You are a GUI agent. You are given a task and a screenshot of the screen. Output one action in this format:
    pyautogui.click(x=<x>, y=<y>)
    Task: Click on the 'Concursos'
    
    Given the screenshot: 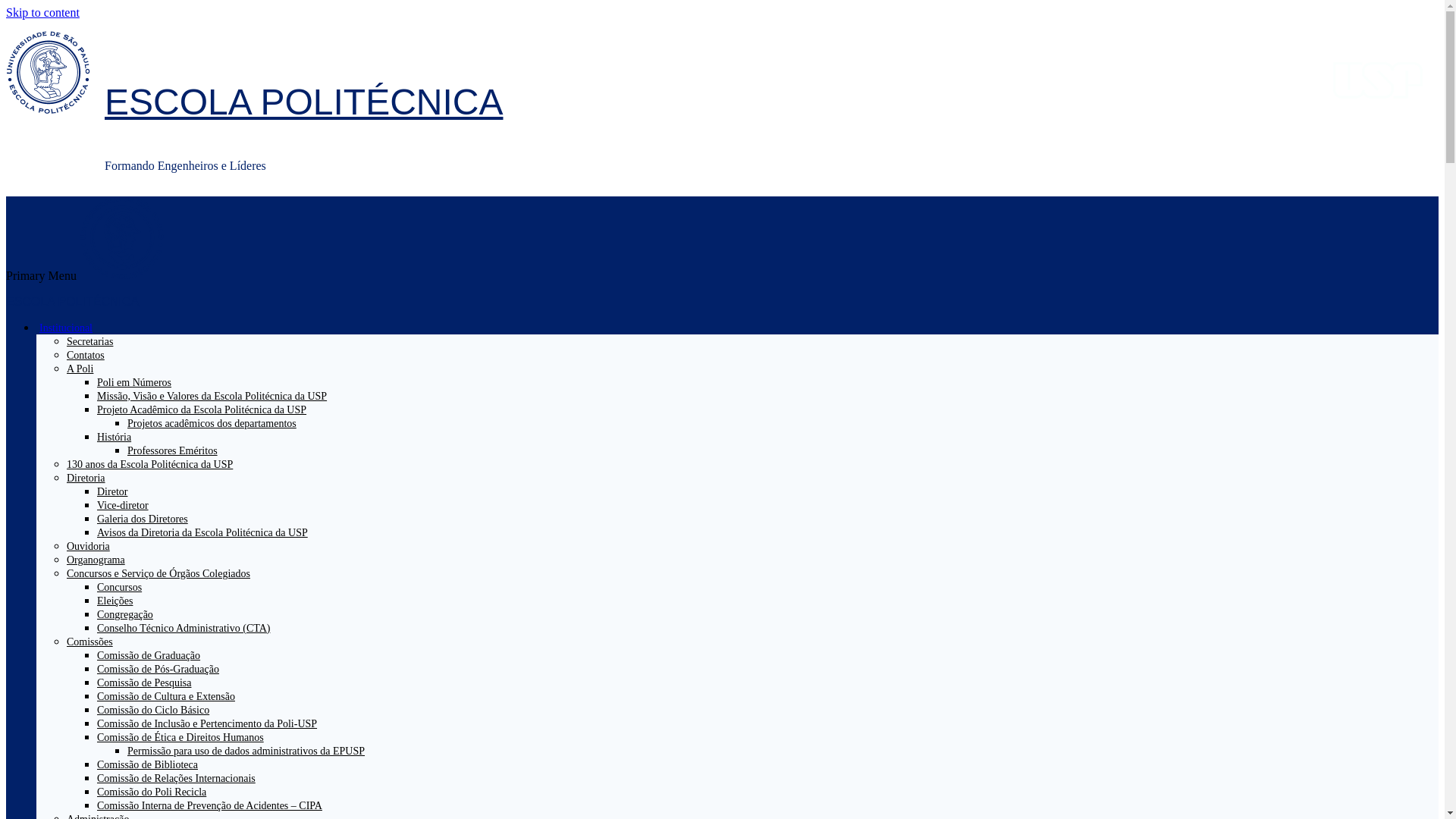 What is the action you would take?
    pyautogui.click(x=118, y=586)
    